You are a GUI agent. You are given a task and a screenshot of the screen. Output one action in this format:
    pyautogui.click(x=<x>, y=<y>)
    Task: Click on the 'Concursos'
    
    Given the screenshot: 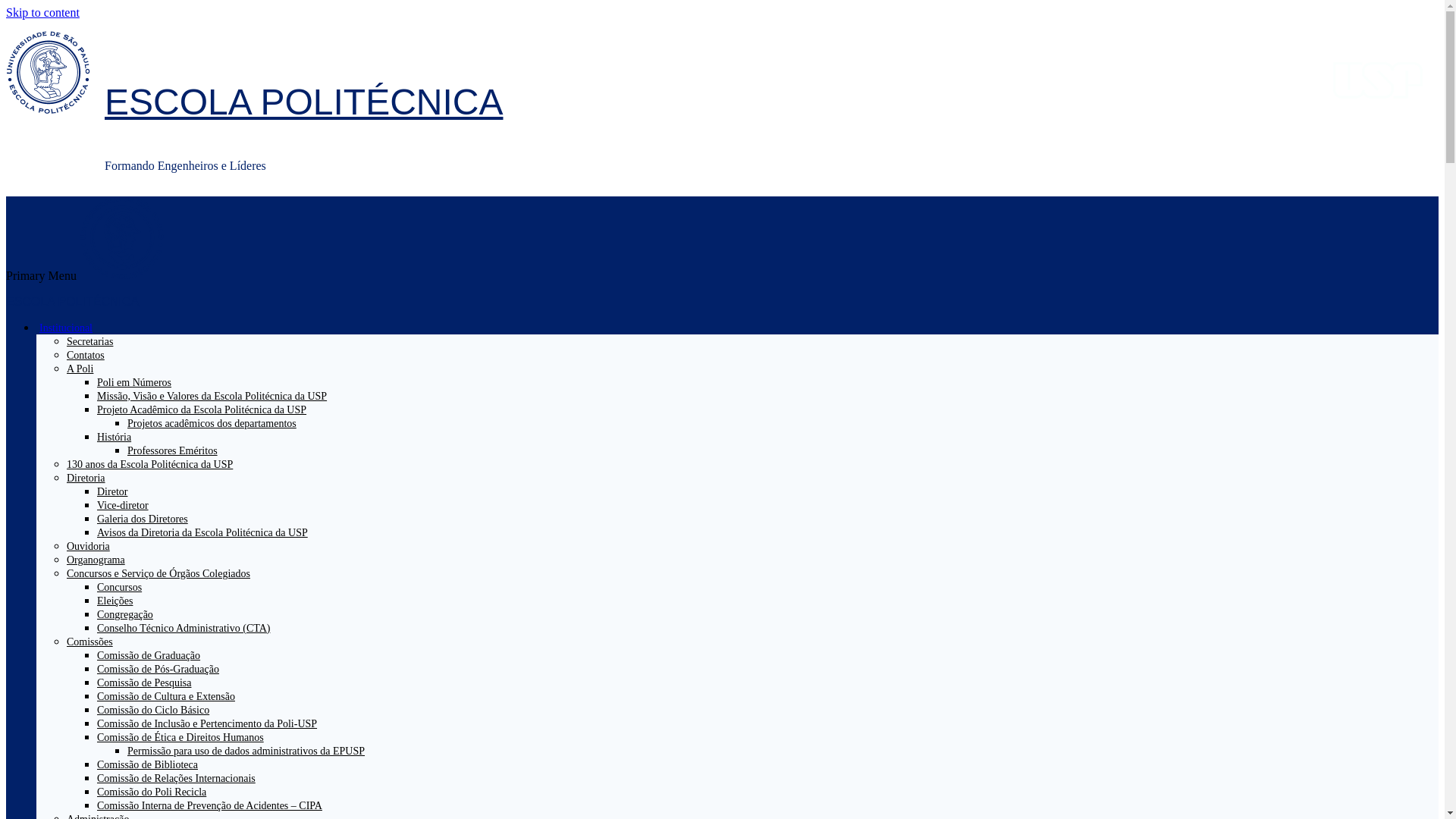 What is the action you would take?
    pyautogui.click(x=118, y=586)
    